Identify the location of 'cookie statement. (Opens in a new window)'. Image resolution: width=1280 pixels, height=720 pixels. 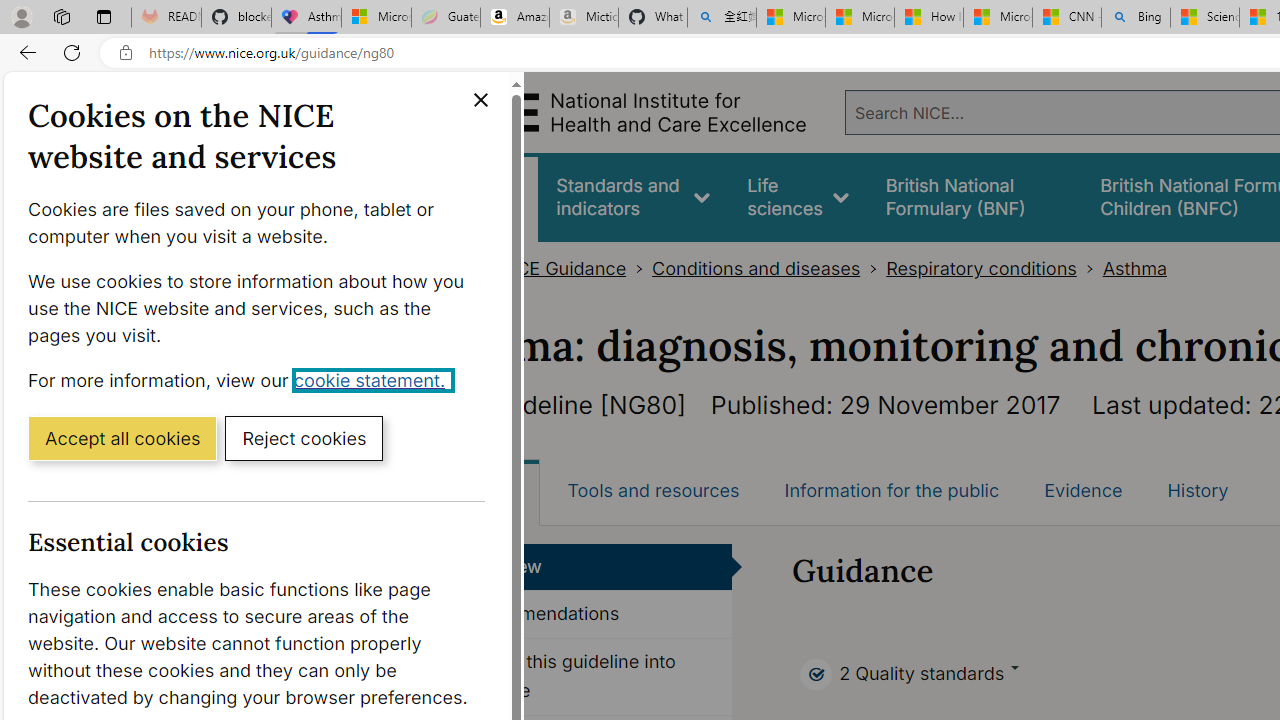
(373, 379).